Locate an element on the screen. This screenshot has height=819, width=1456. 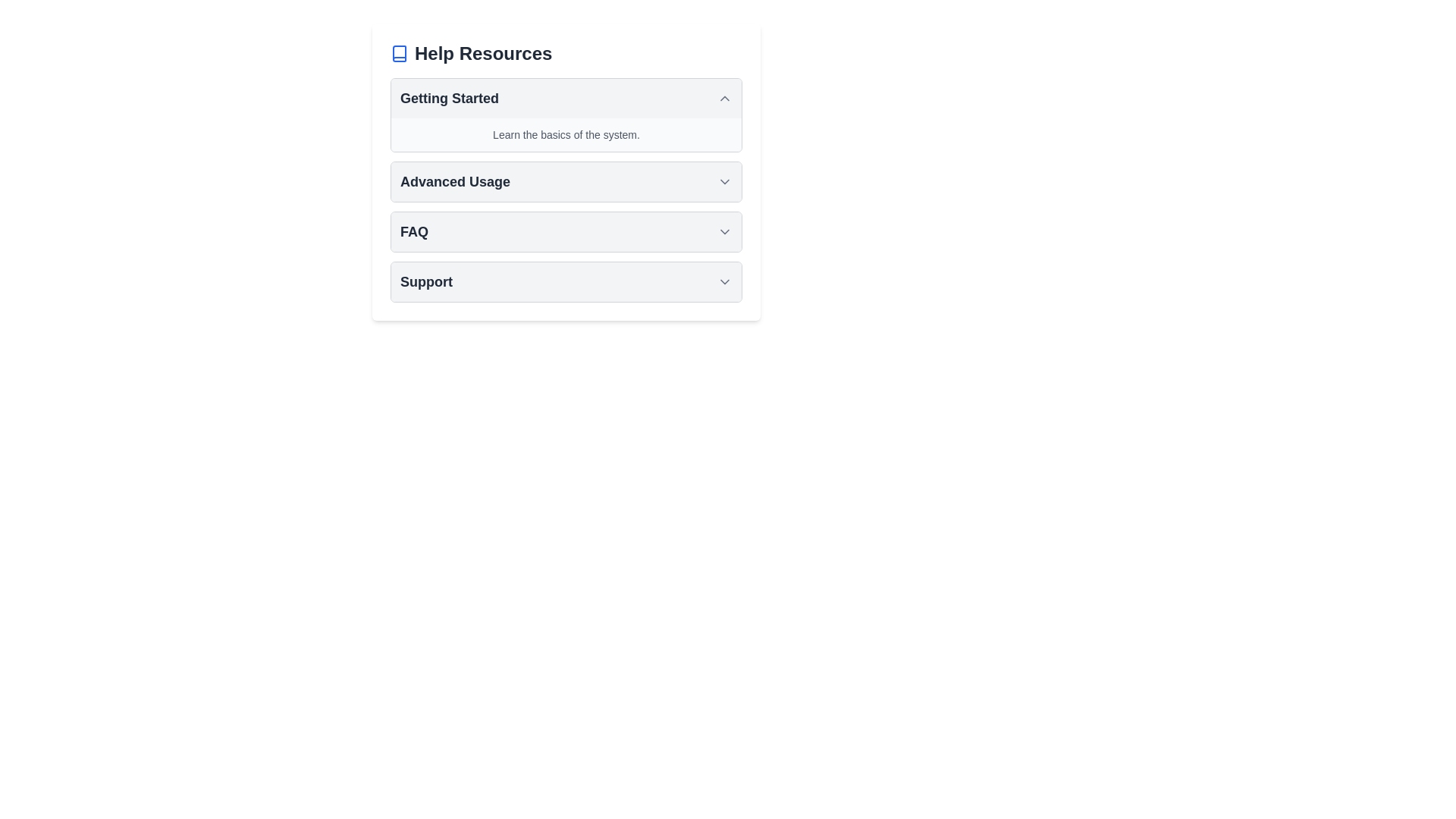
the Dropdown arrow icon at the far right end of the 'Advanced Usage' header is located at coordinates (723, 180).